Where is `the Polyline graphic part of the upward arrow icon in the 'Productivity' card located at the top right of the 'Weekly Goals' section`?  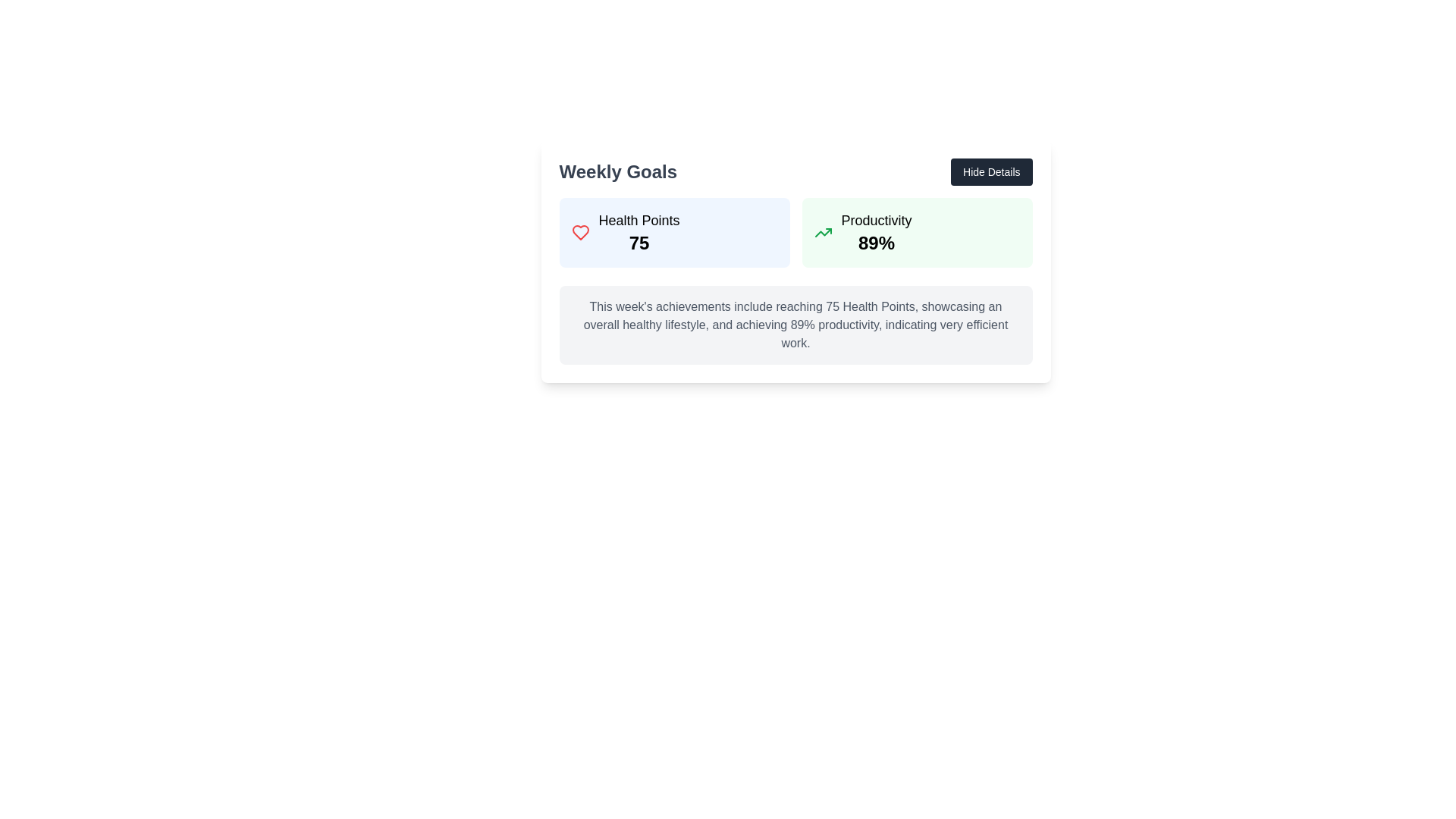
the Polyline graphic part of the upward arrow icon in the 'Productivity' card located at the top right of the 'Weekly Goals' section is located at coordinates (822, 233).